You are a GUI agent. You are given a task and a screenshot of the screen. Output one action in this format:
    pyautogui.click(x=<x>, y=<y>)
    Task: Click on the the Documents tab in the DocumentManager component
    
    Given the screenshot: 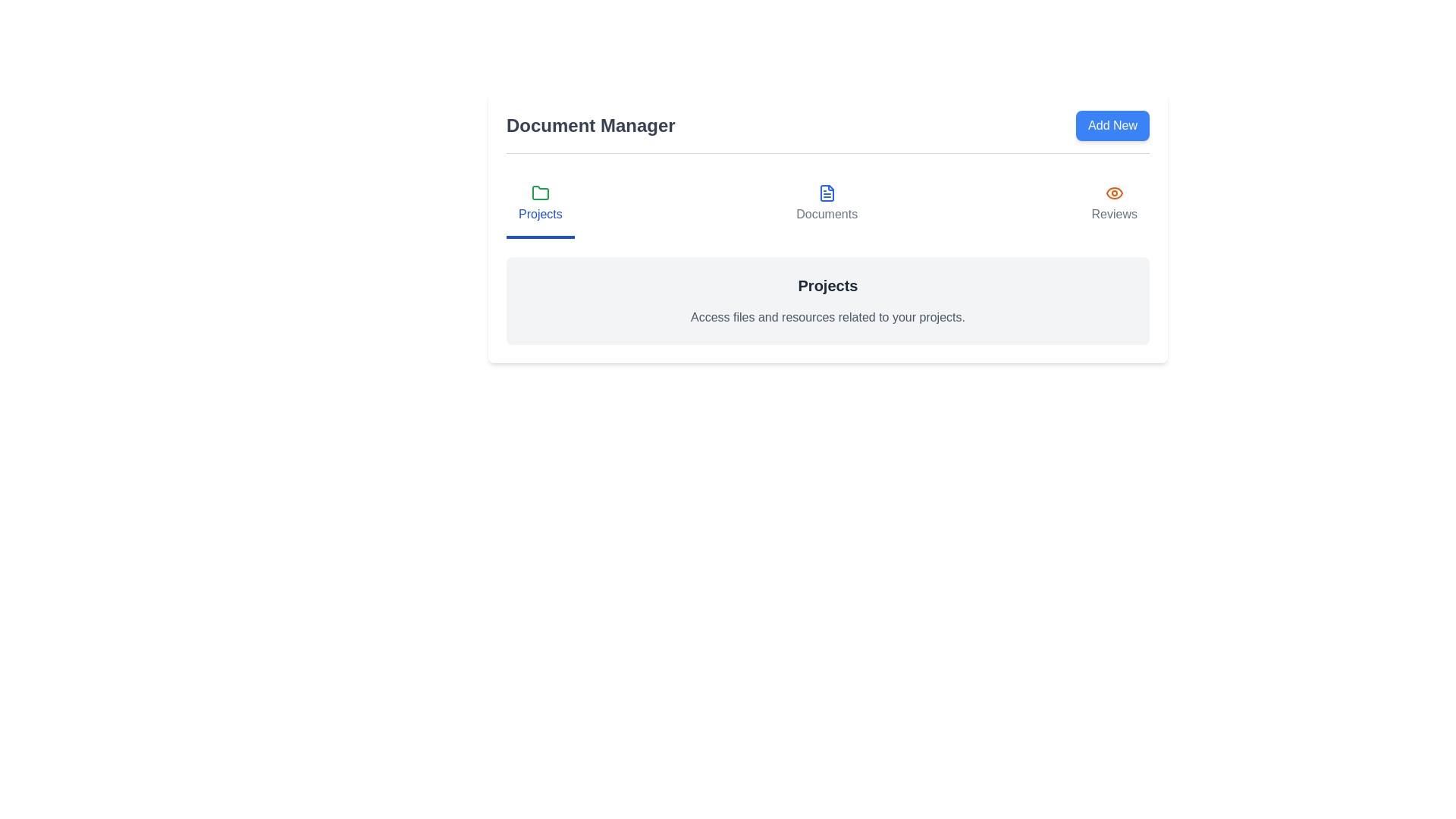 What is the action you would take?
    pyautogui.click(x=826, y=205)
    